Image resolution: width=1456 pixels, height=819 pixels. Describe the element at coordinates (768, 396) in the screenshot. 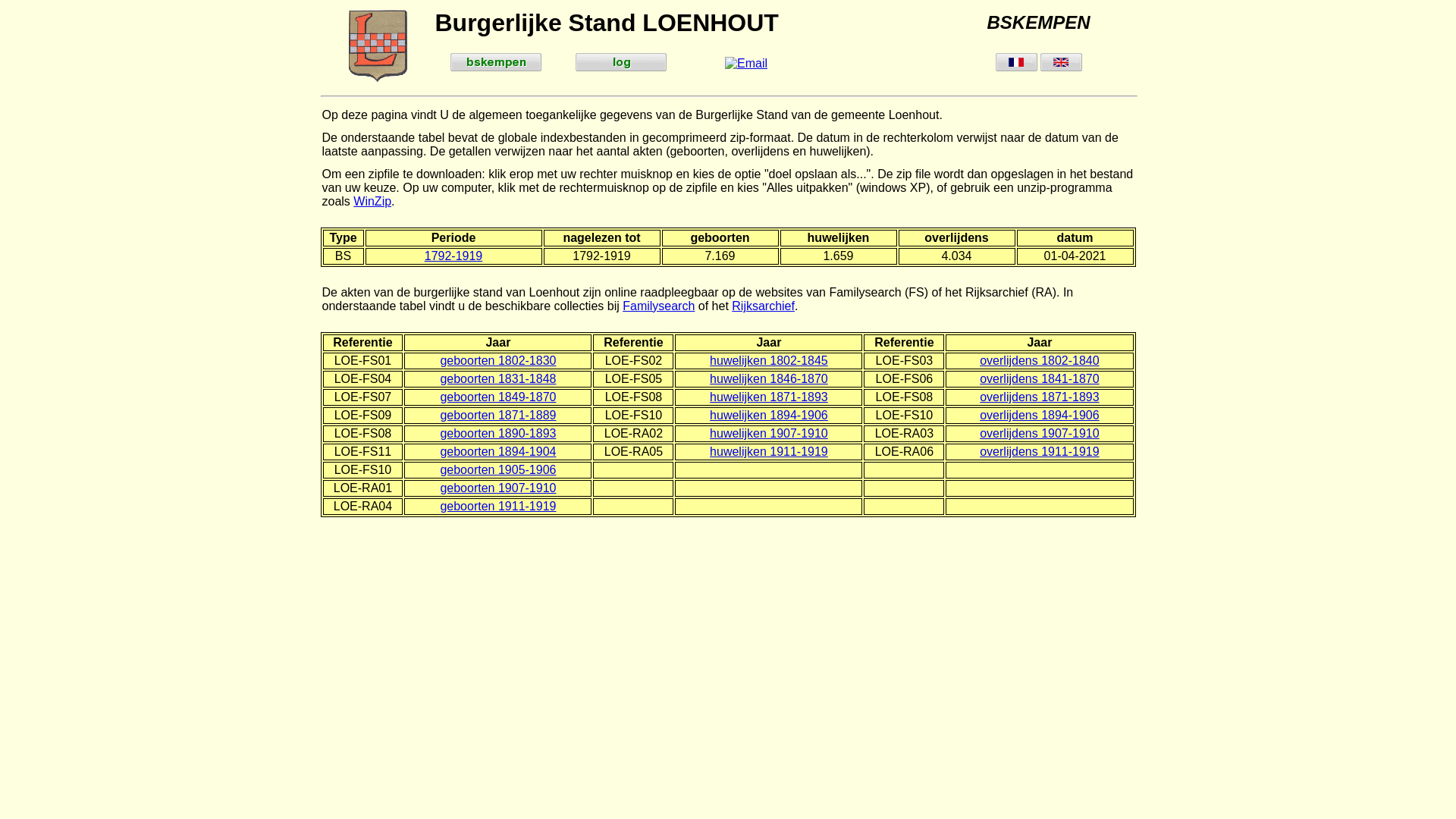

I see `'huwelijken 1871-1893'` at that location.